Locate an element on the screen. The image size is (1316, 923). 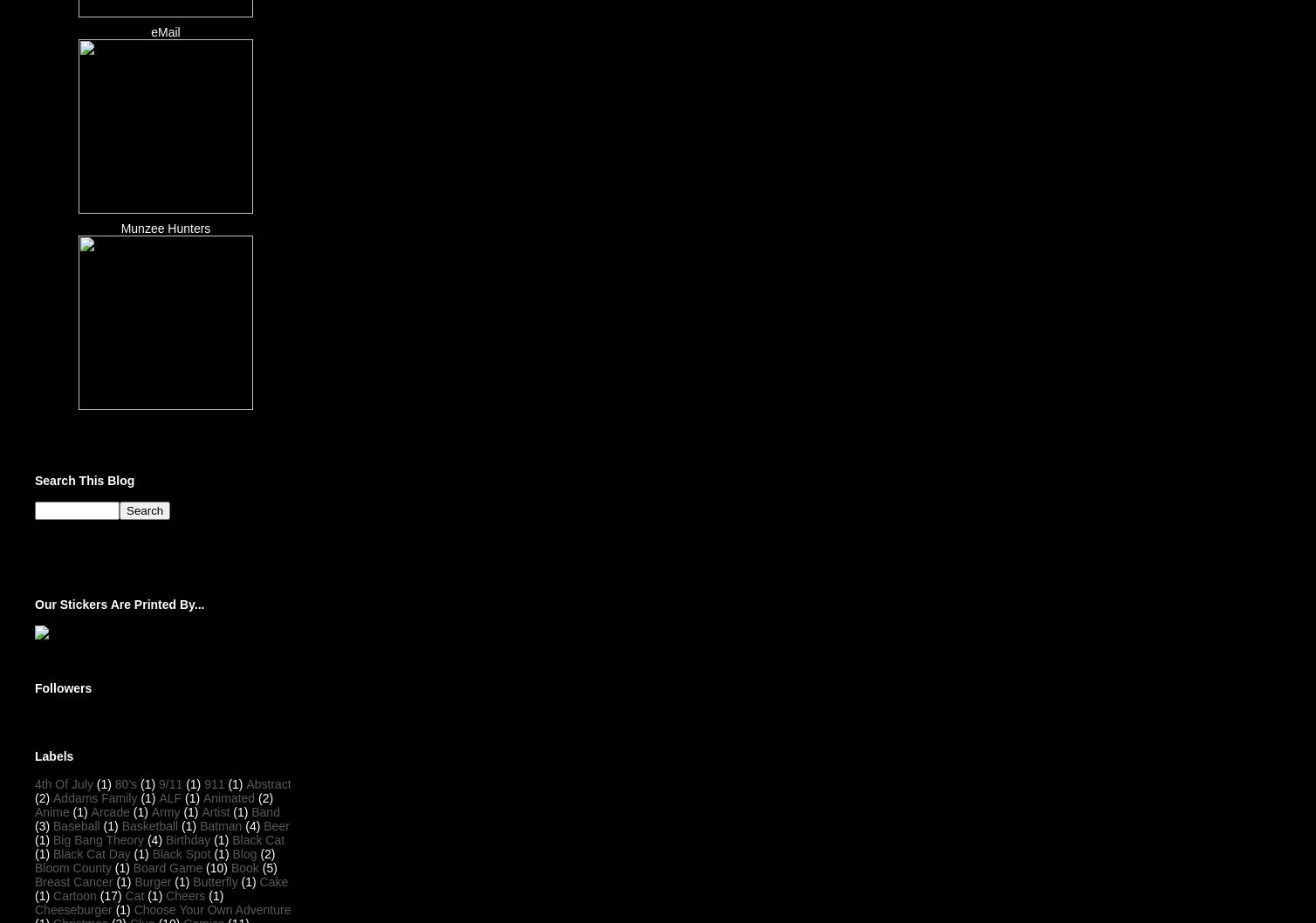
'Our Stickers Are Printed By...' is located at coordinates (34, 603).